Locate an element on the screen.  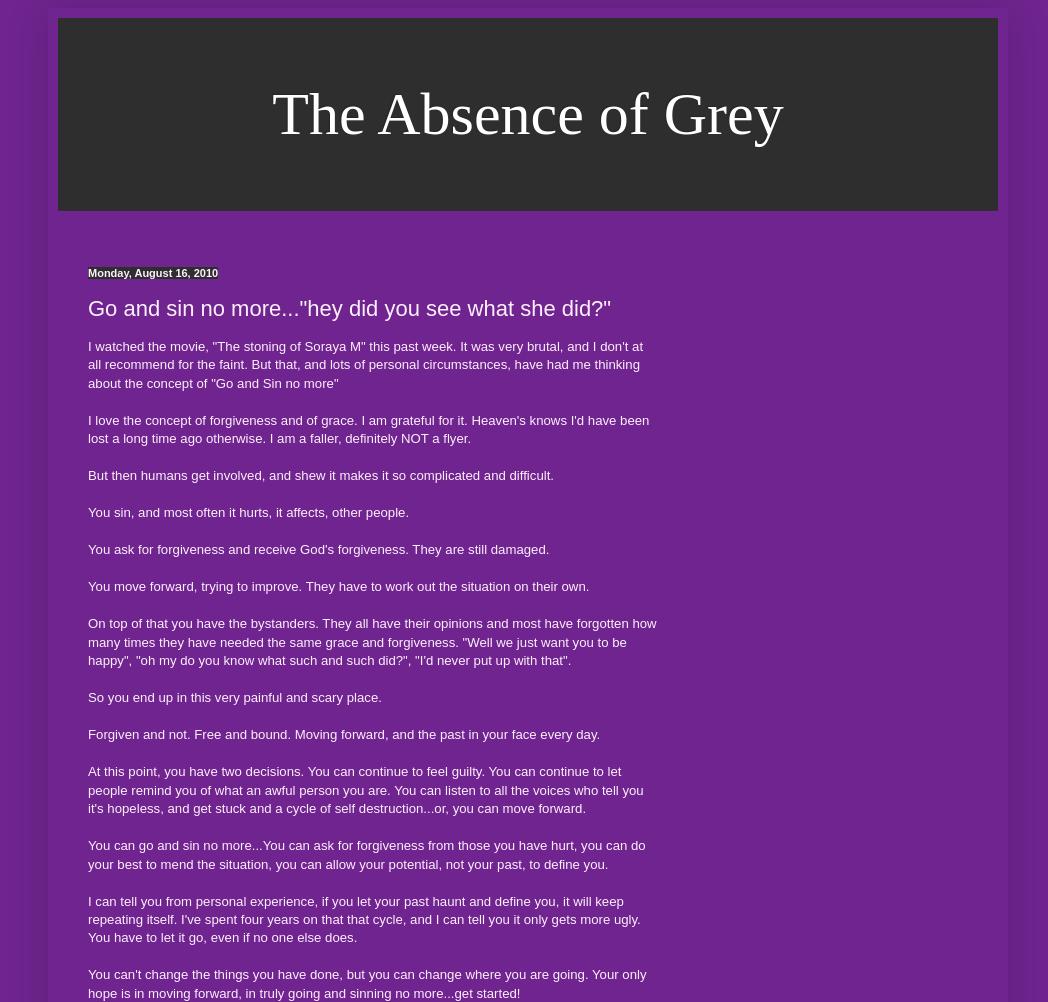
'I watched the movie, "The stoning of Soraya M" this past week. It was very brutal, and I don't at all recommend for the faint. But that, and lots of personal circumstances, have had me thinking about the concept of "Go and Sin no more"' is located at coordinates (364, 364).